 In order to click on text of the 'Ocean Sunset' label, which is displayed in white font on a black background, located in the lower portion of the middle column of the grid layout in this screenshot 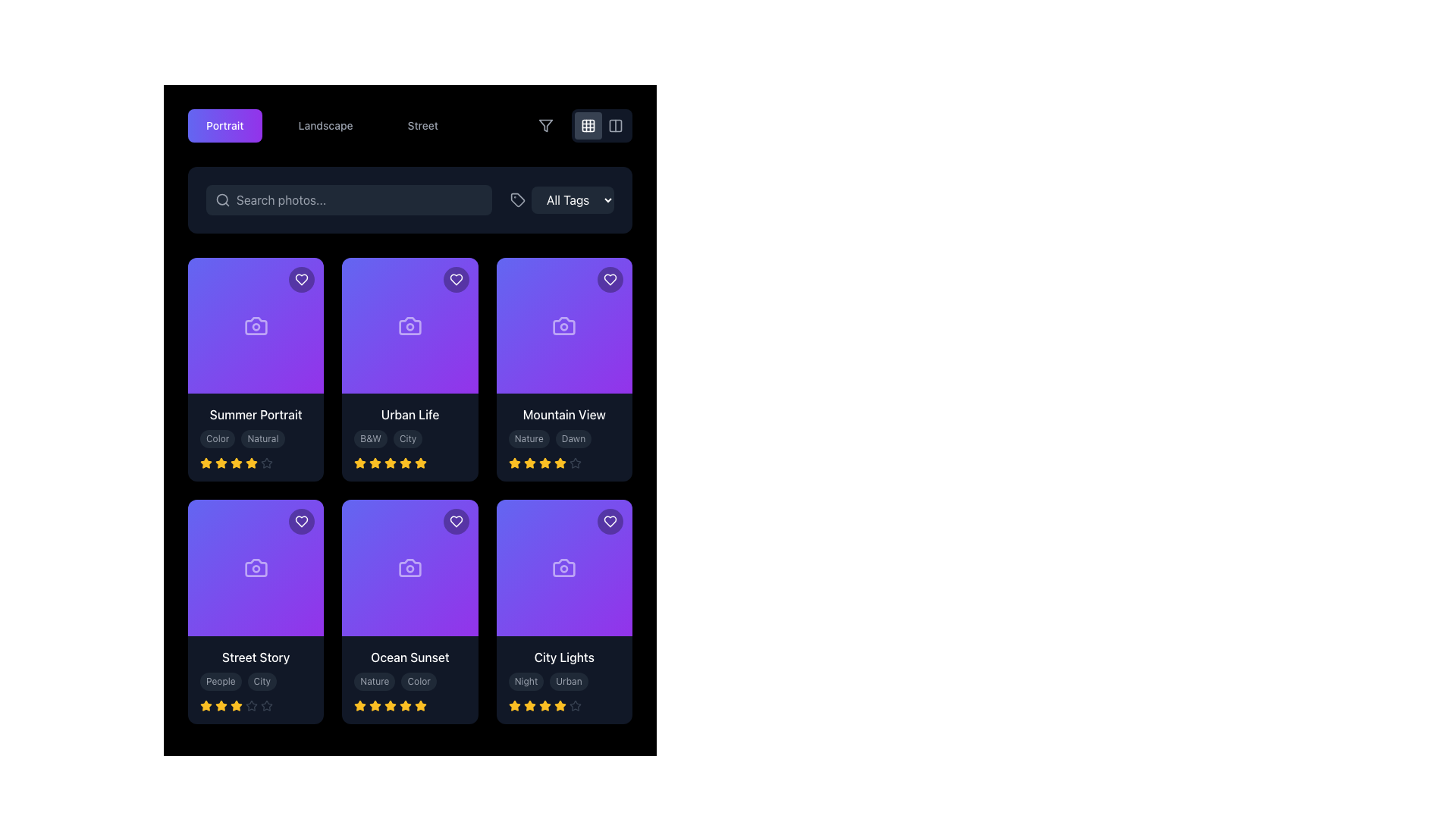, I will do `click(410, 656)`.